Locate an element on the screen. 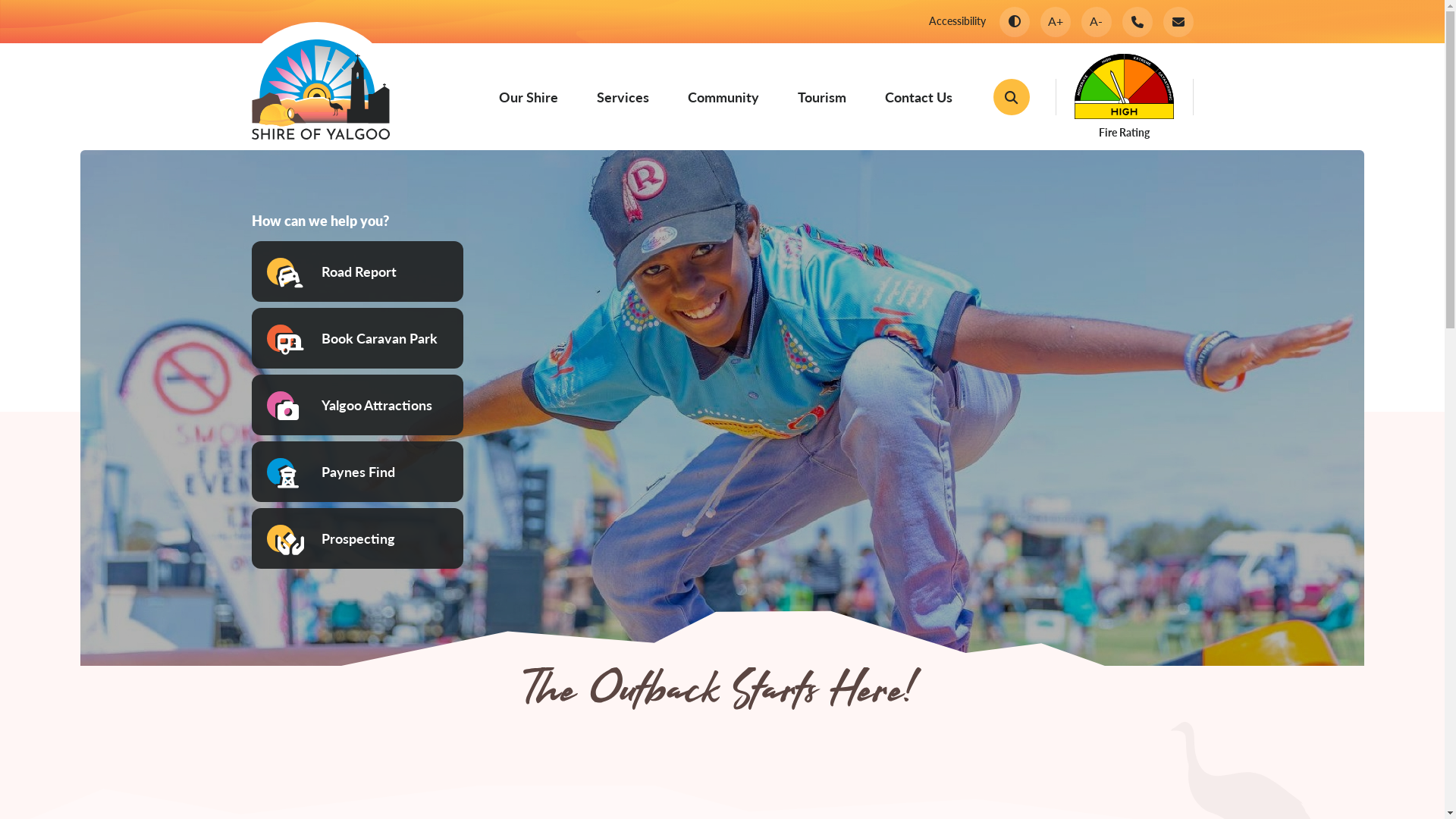  'Paynes Find' is located at coordinates (356, 470).